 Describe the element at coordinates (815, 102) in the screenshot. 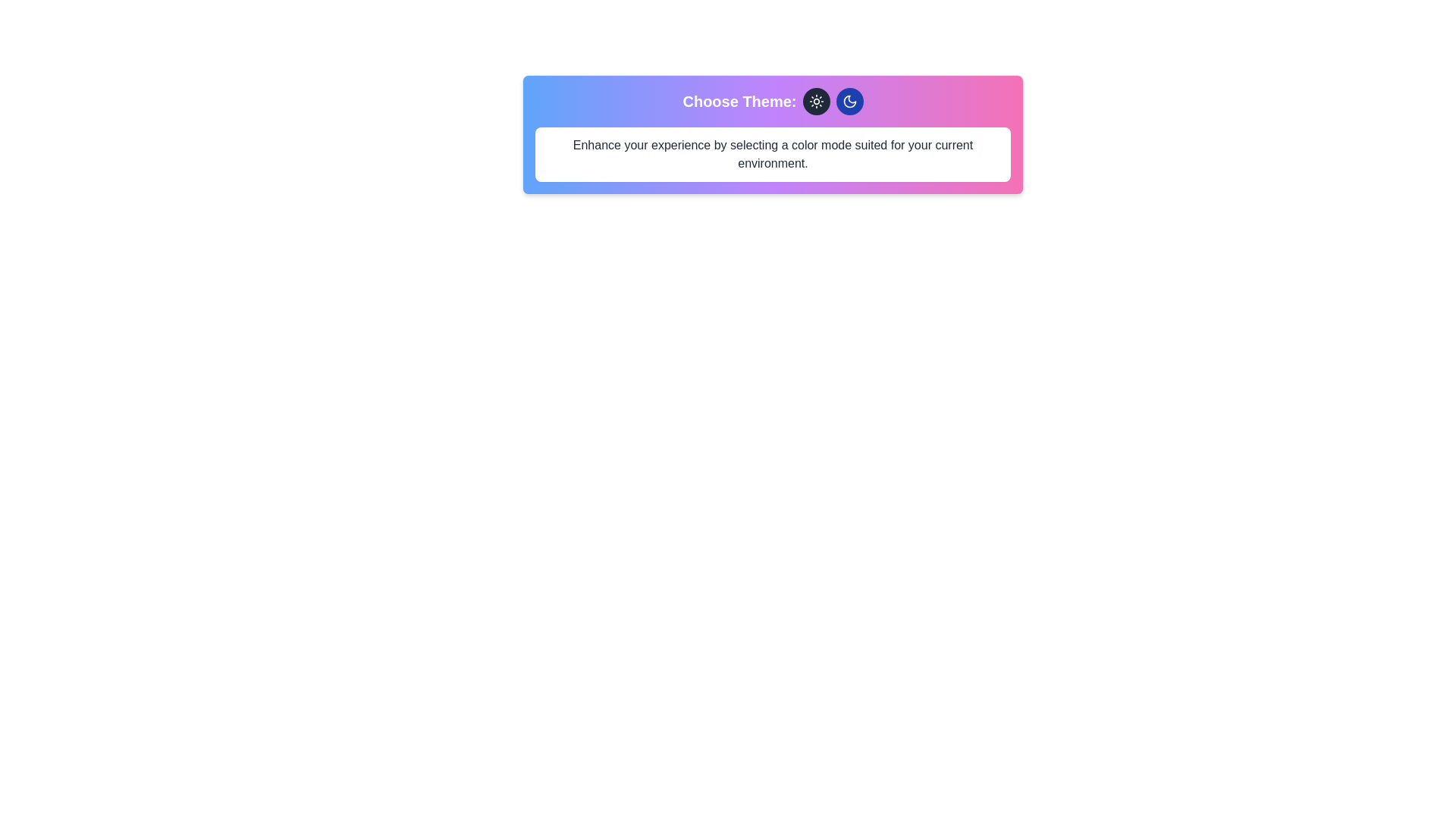

I see `the circular sun icon button located to the left of the moon icon button, positioned towards the top center of the interface above the 'Choose Theme:' label, for keyboard navigation` at that location.